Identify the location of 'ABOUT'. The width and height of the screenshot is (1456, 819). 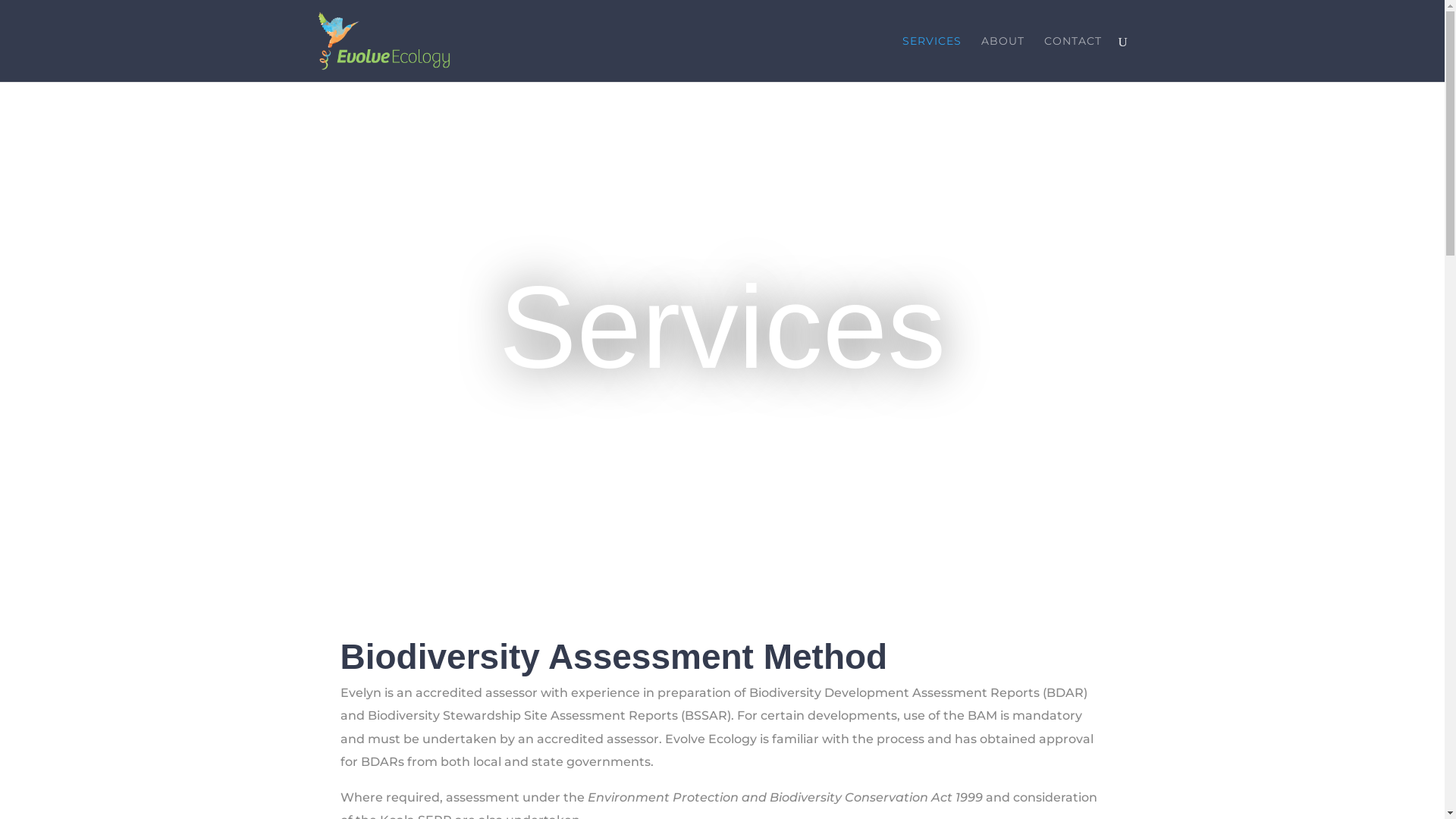
(1003, 58).